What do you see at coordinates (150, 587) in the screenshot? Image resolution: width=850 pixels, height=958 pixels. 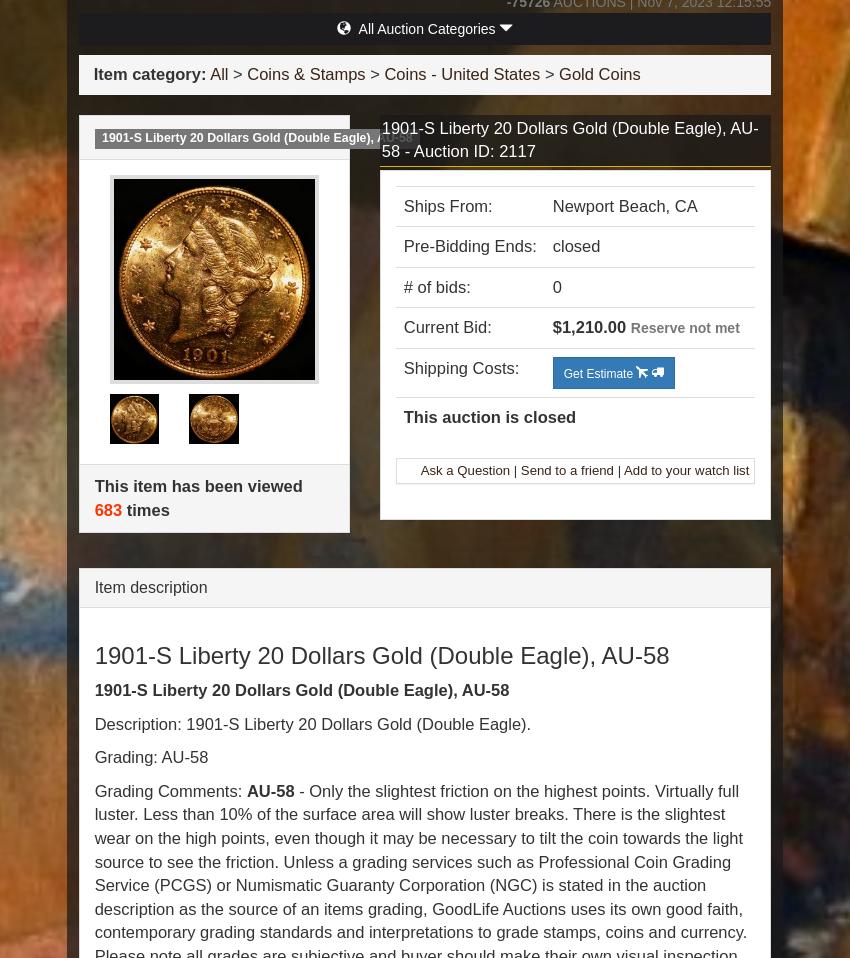 I see `'Item description'` at bounding box center [150, 587].